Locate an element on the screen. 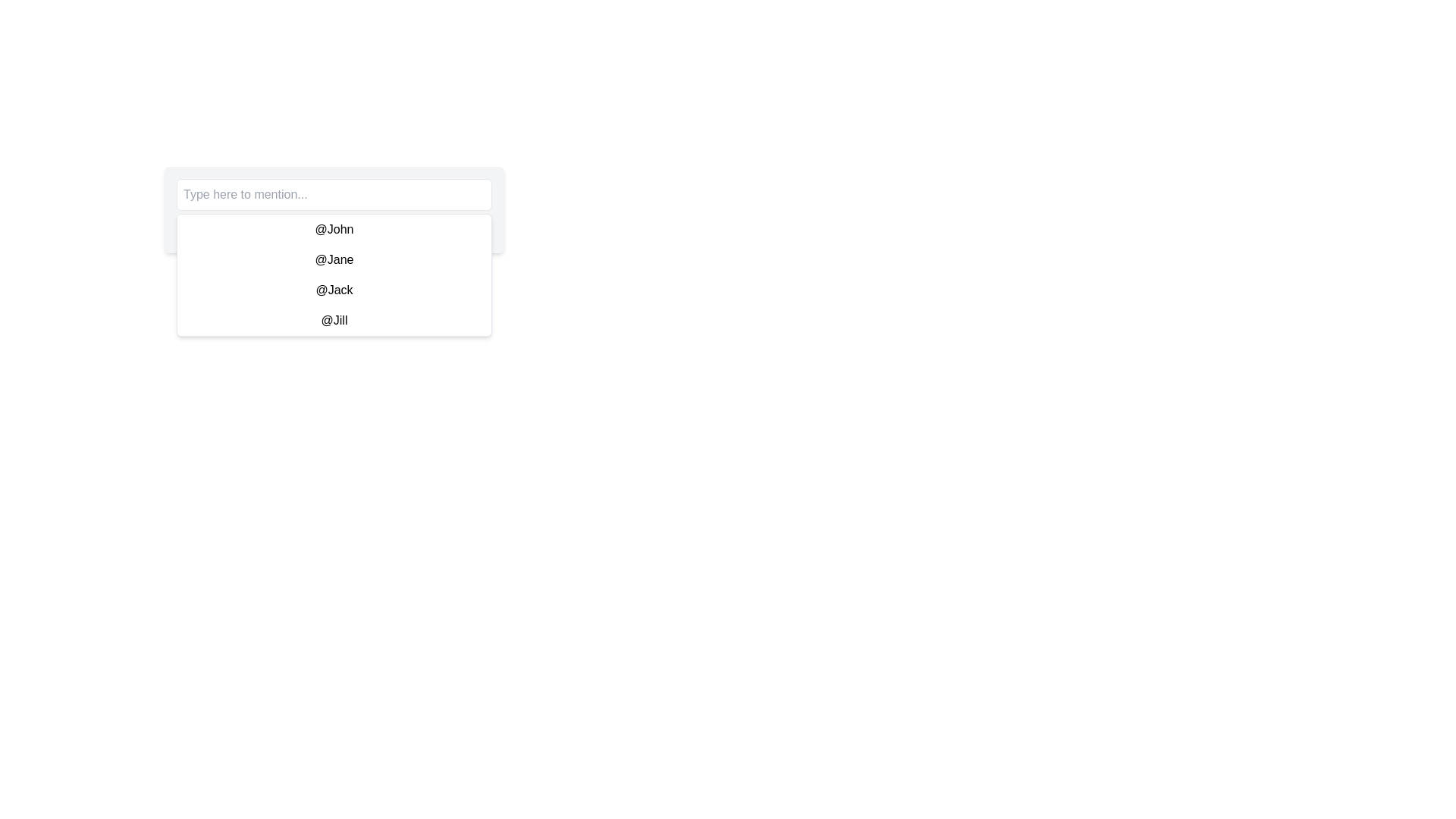 This screenshot has height=819, width=1456. the selectable list item displaying the text '@John' is located at coordinates (334, 228).